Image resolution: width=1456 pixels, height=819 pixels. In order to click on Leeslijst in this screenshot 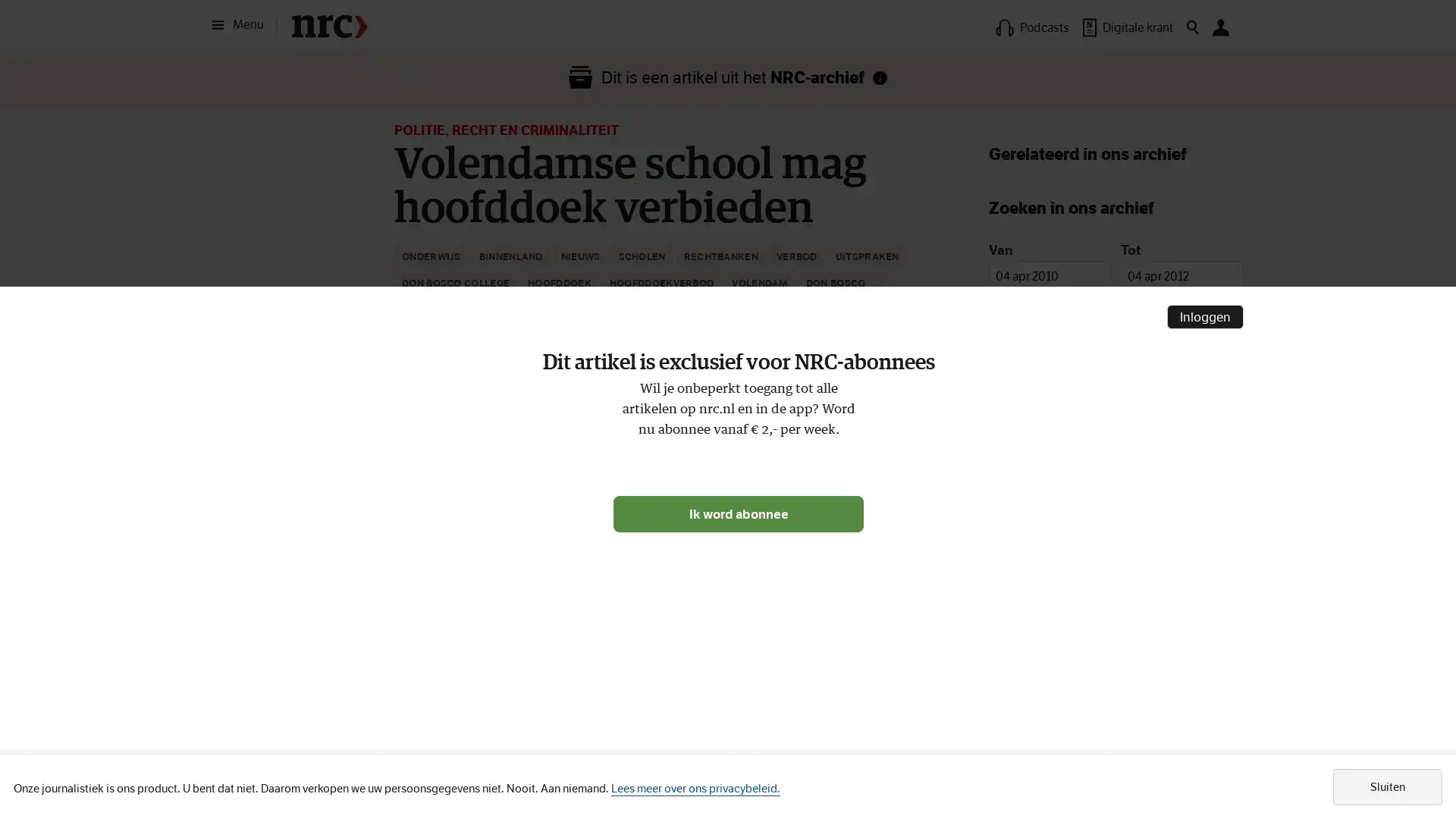, I will do `click(425, 462)`.